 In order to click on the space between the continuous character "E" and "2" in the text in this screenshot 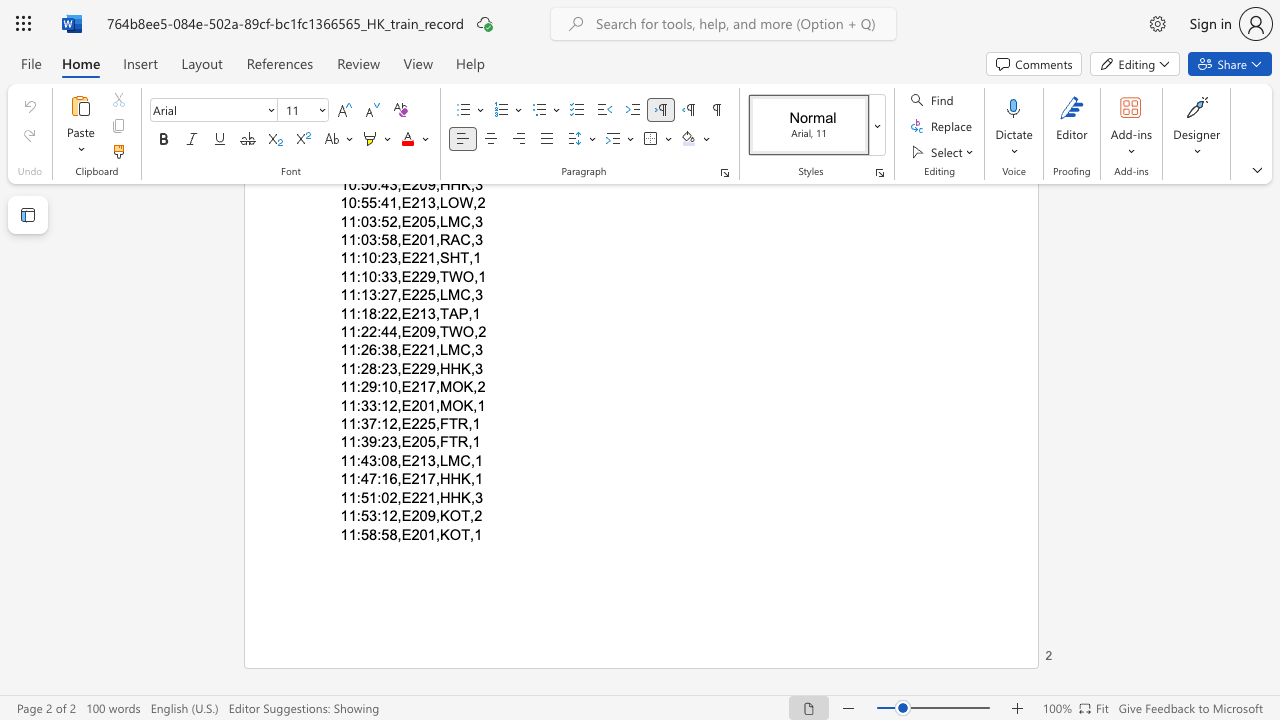, I will do `click(410, 496)`.